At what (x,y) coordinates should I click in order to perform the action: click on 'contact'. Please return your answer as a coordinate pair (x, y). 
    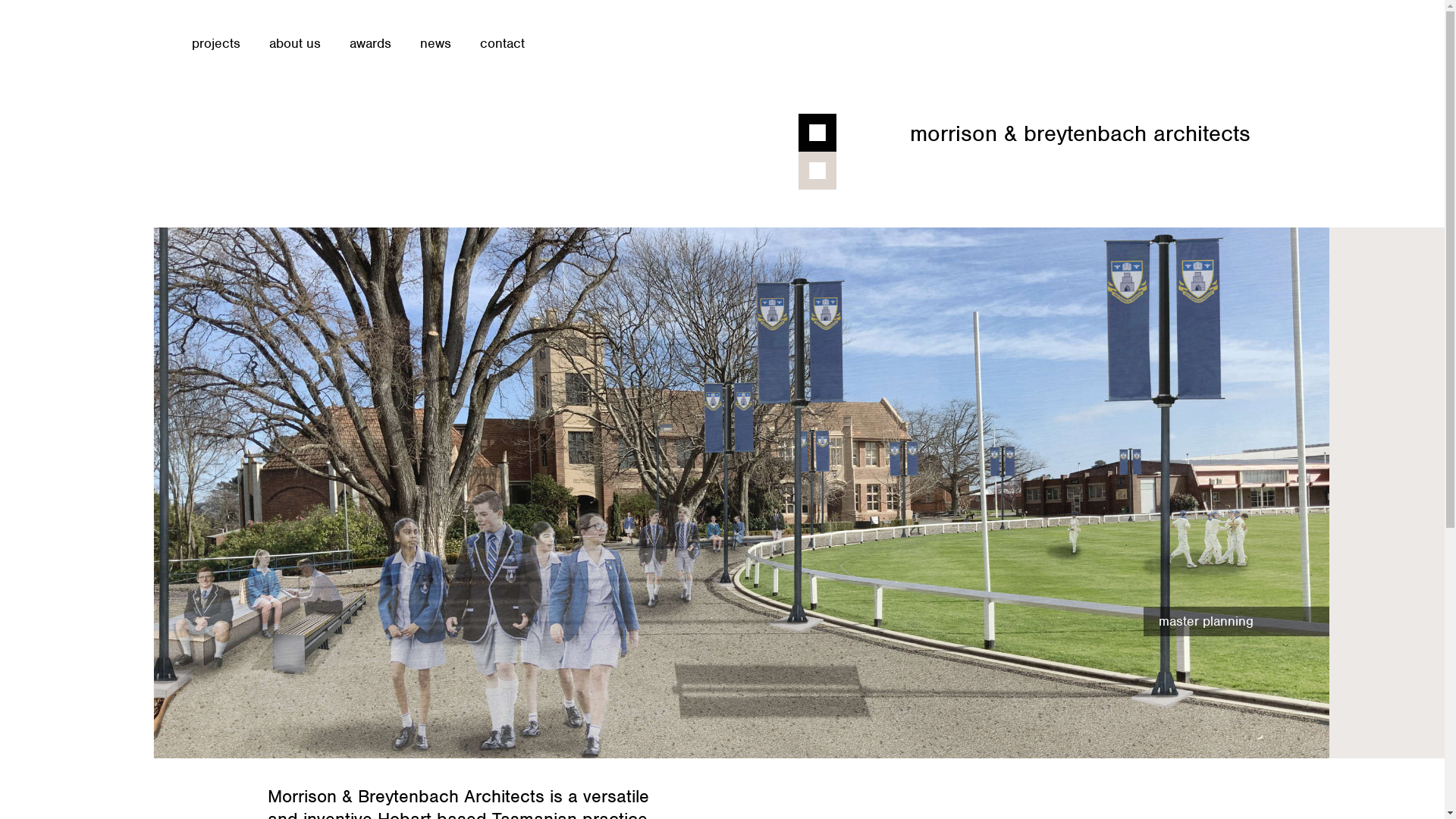
    Looking at the image, I should click on (501, 42).